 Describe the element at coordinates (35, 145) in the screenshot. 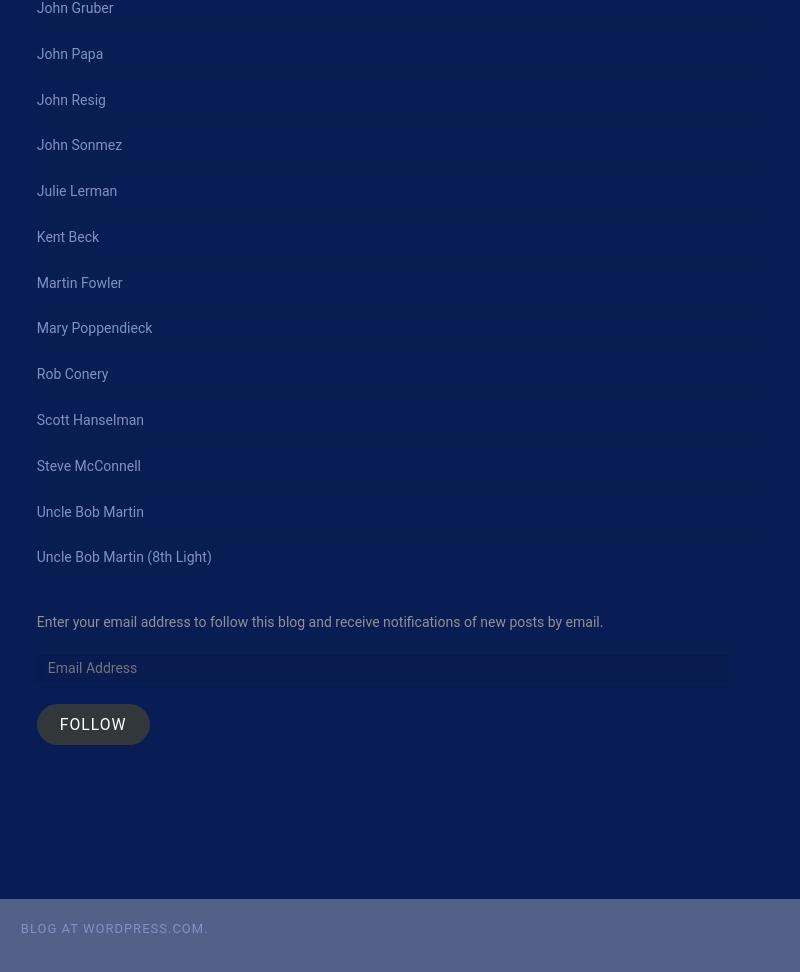

I see `'John Sonmez'` at that location.